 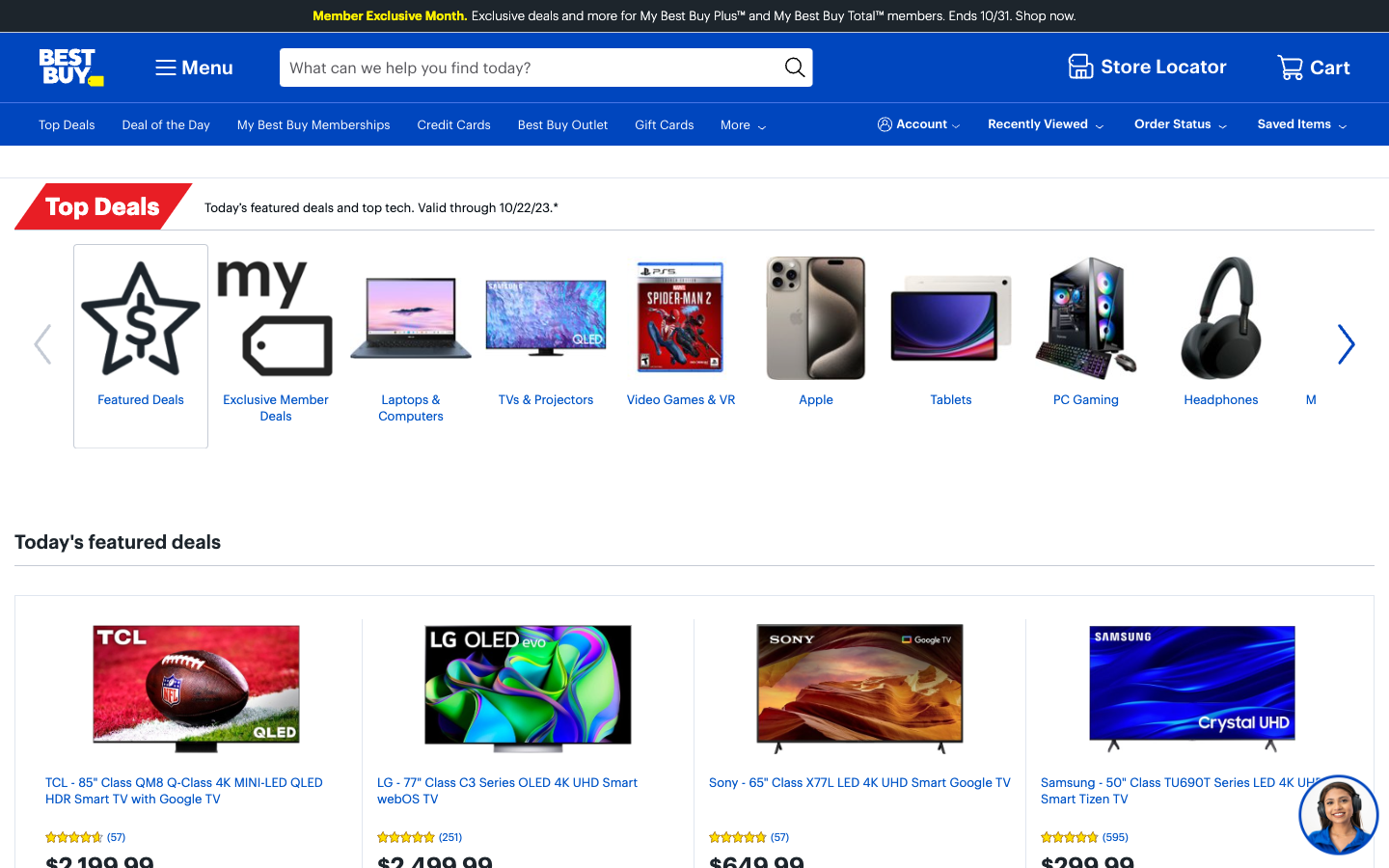 What do you see at coordinates (1190, 836) in the screenshot?
I see `the ratings for Samsung Crystal UHD TV` at bounding box center [1190, 836].